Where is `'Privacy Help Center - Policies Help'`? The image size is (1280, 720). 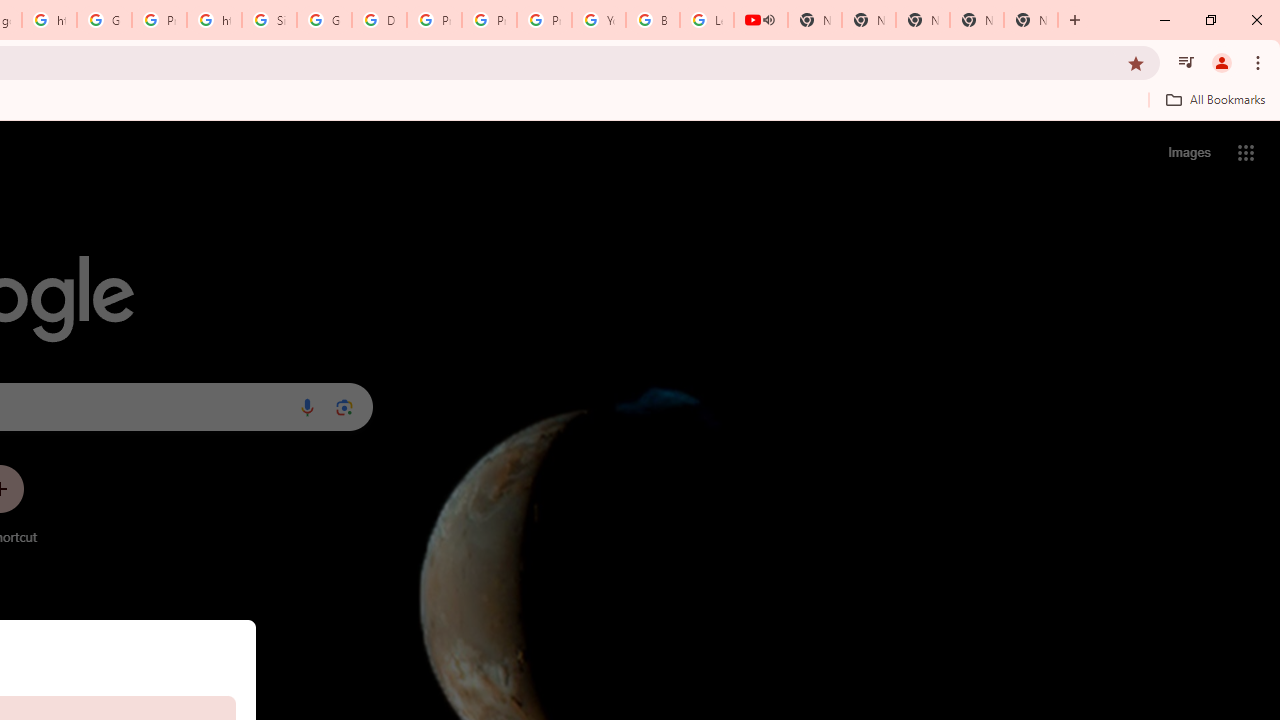
'Privacy Help Center - Policies Help' is located at coordinates (489, 20).